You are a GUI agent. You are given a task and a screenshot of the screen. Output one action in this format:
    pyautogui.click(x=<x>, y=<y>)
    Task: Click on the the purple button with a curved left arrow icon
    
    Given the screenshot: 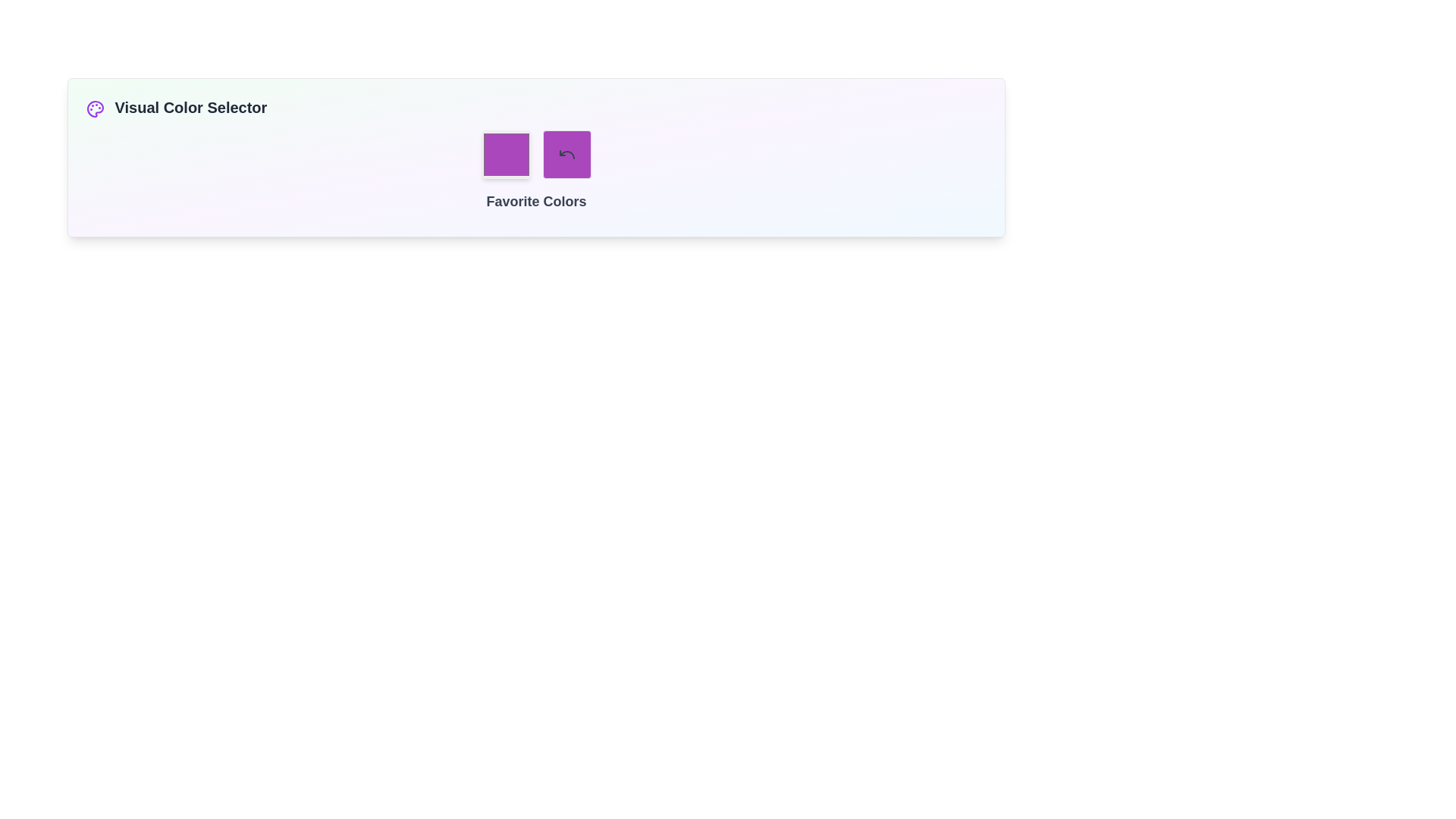 What is the action you would take?
    pyautogui.click(x=566, y=155)
    